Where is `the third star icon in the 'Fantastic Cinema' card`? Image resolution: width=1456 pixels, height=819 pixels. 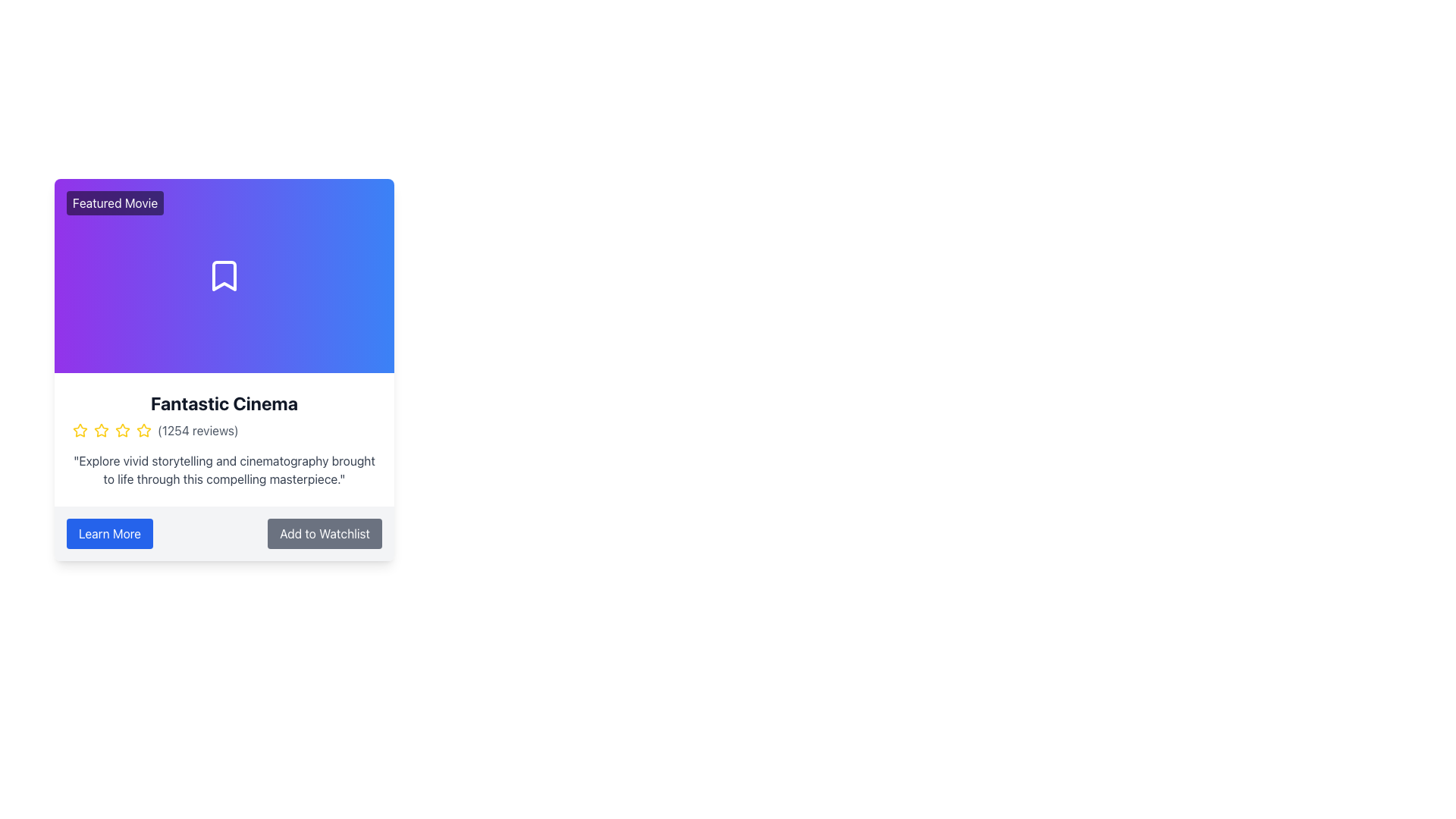
the third star icon in the 'Fantastic Cinema' card is located at coordinates (144, 430).